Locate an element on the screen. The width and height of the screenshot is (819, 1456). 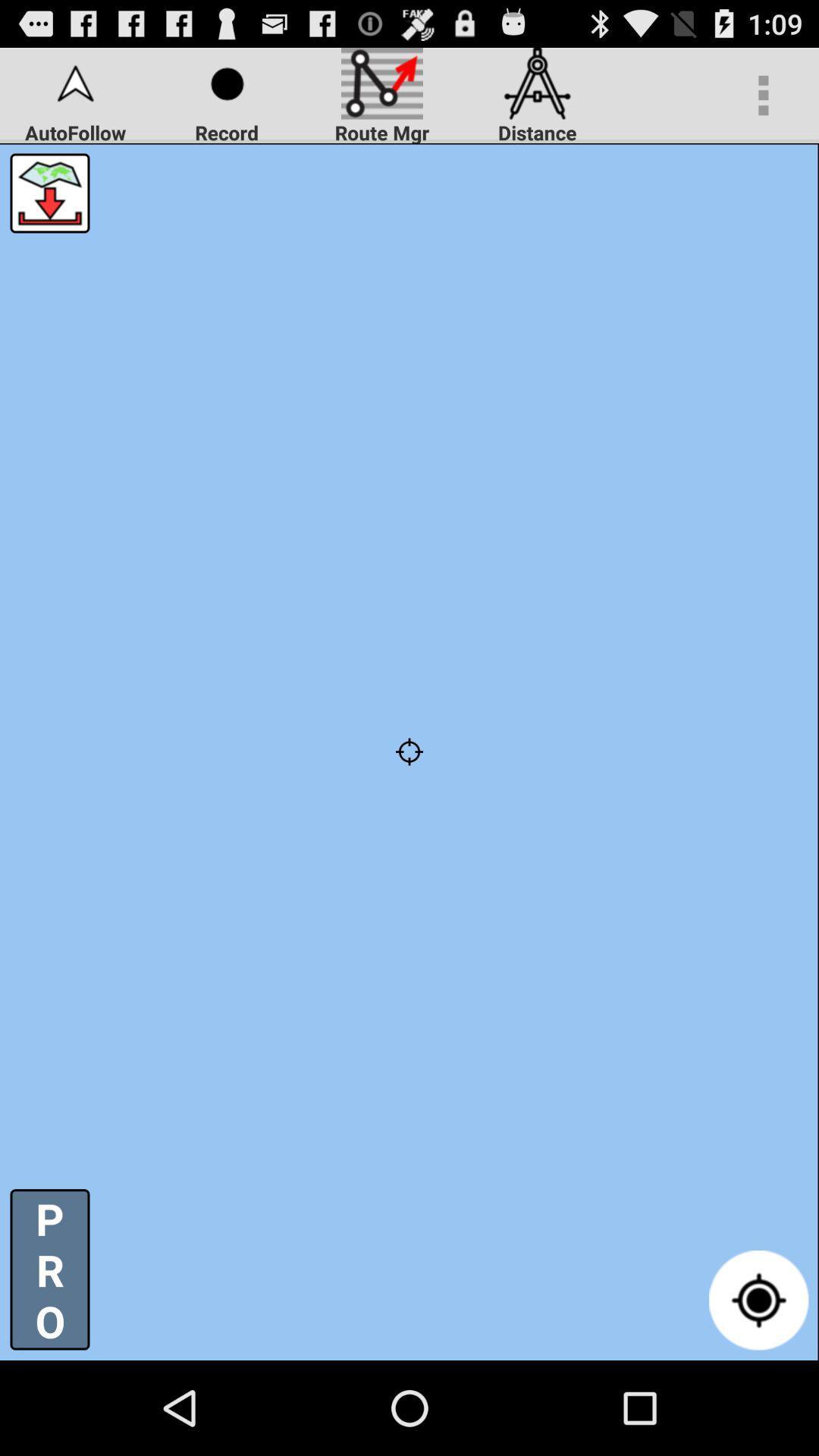
down loading is located at coordinates (49, 192).